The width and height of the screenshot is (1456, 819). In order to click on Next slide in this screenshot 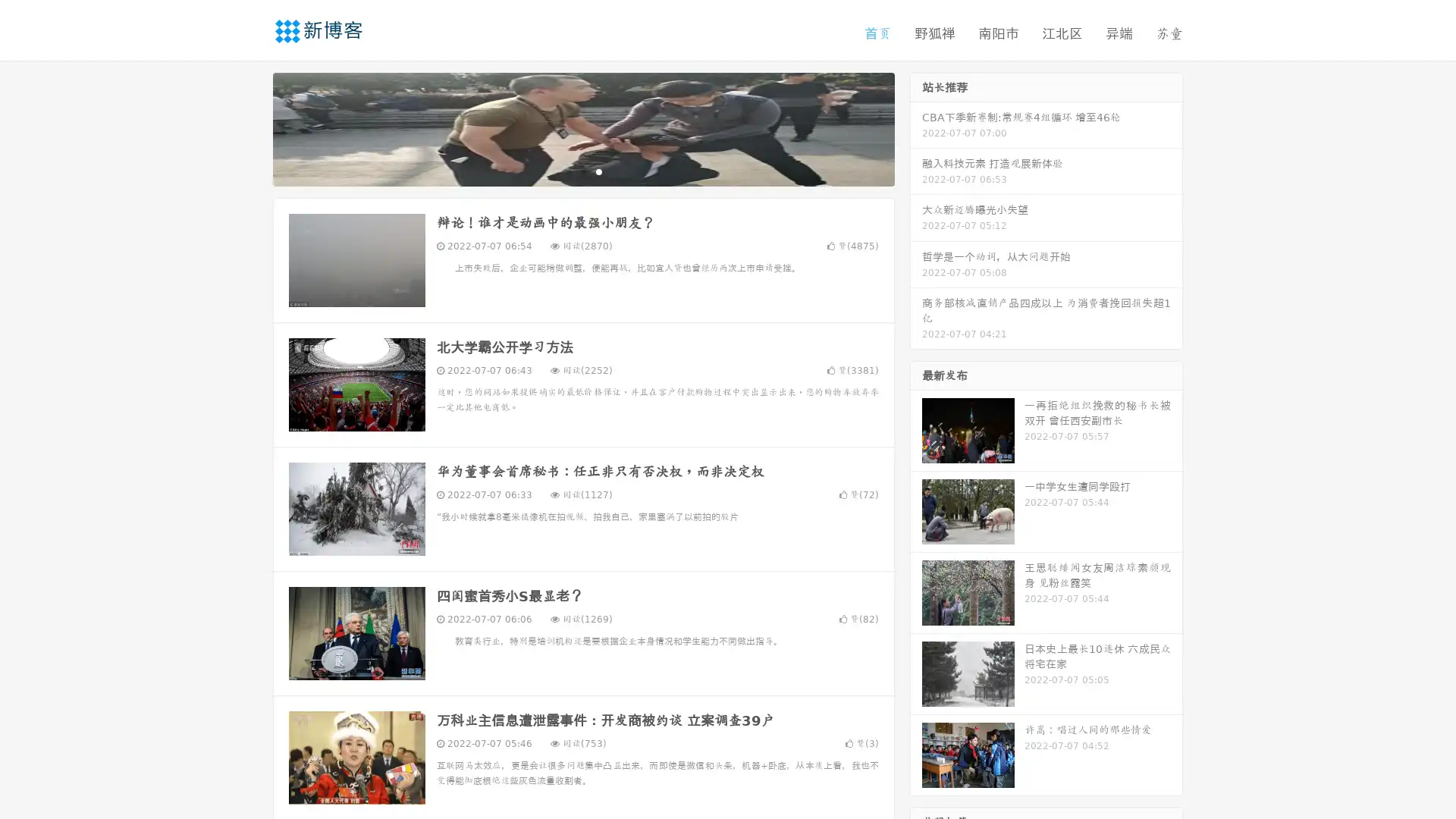, I will do `click(916, 127)`.